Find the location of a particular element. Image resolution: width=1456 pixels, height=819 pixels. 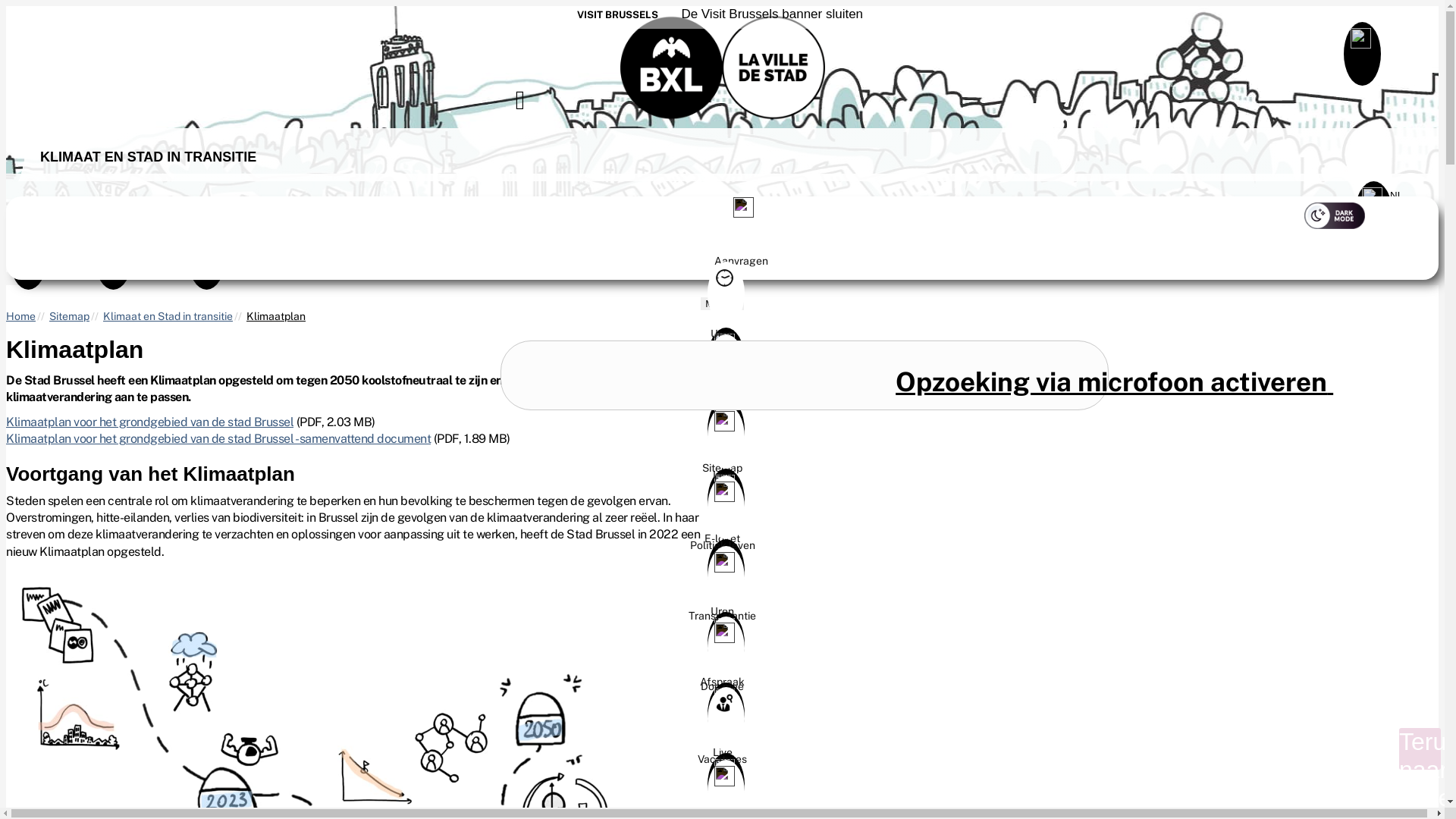

'Klimaatplan' is located at coordinates (276, 315).